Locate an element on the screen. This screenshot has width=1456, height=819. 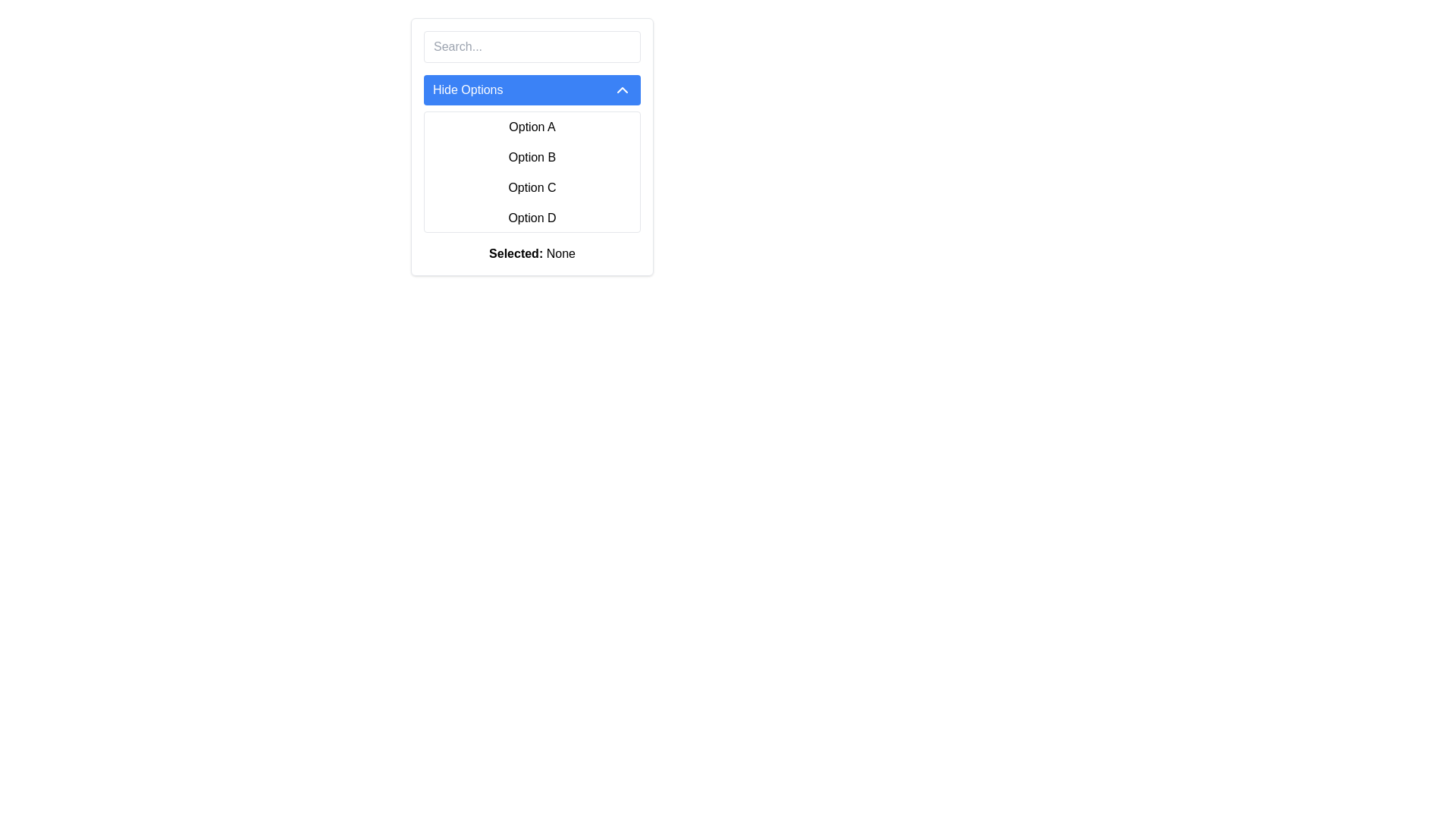
the text-based selectable option labeled 'Option D' in the dropdown list is located at coordinates (532, 218).